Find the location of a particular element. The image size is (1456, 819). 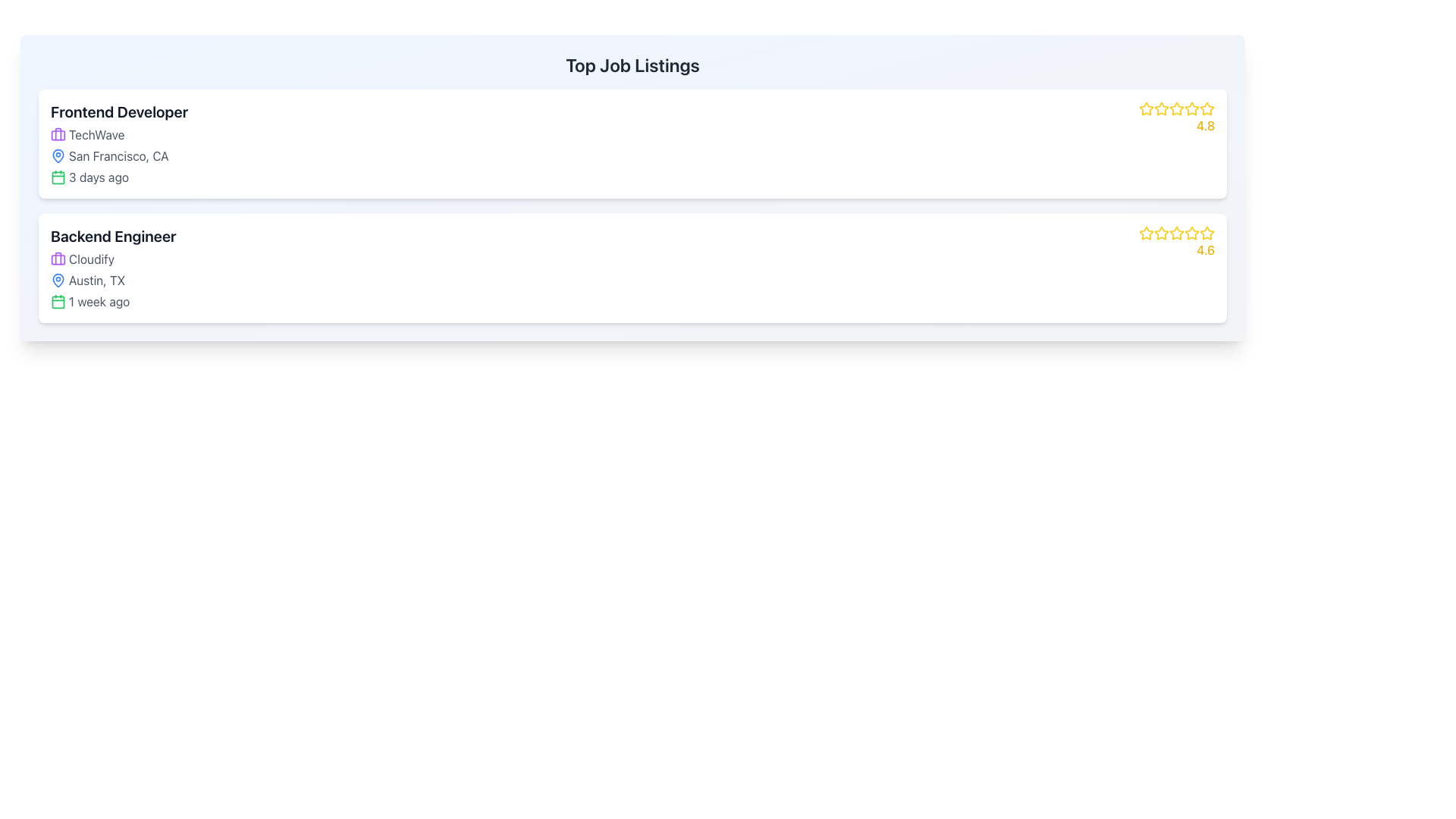

the fourth star in the rating component of the 'Frontend Developer' job listing is located at coordinates (1190, 107).